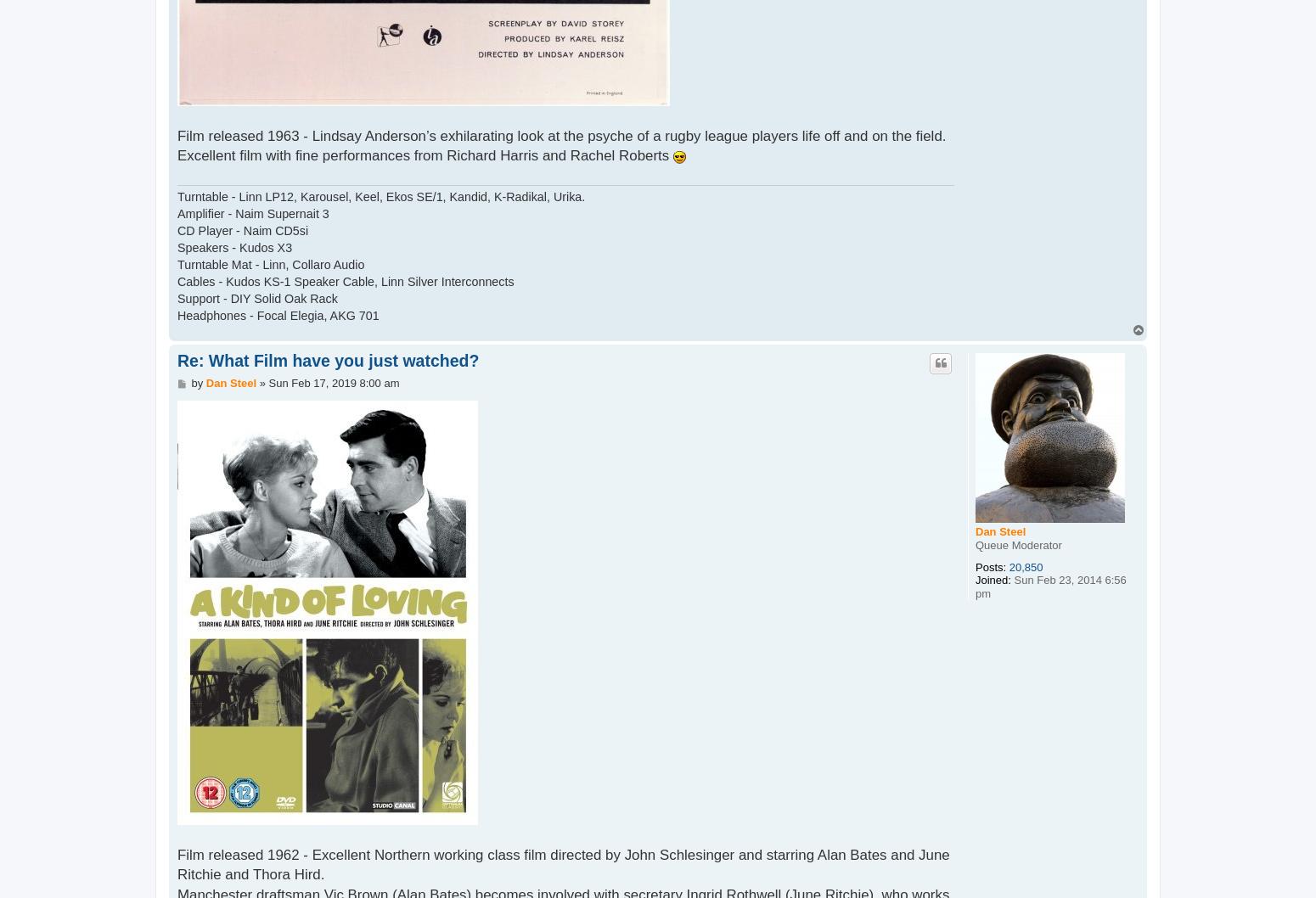 The width and height of the screenshot is (1316, 898). What do you see at coordinates (269, 264) in the screenshot?
I see `'Turntable Mat - Linn, Collaro Audio'` at bounding box center [269, 264].